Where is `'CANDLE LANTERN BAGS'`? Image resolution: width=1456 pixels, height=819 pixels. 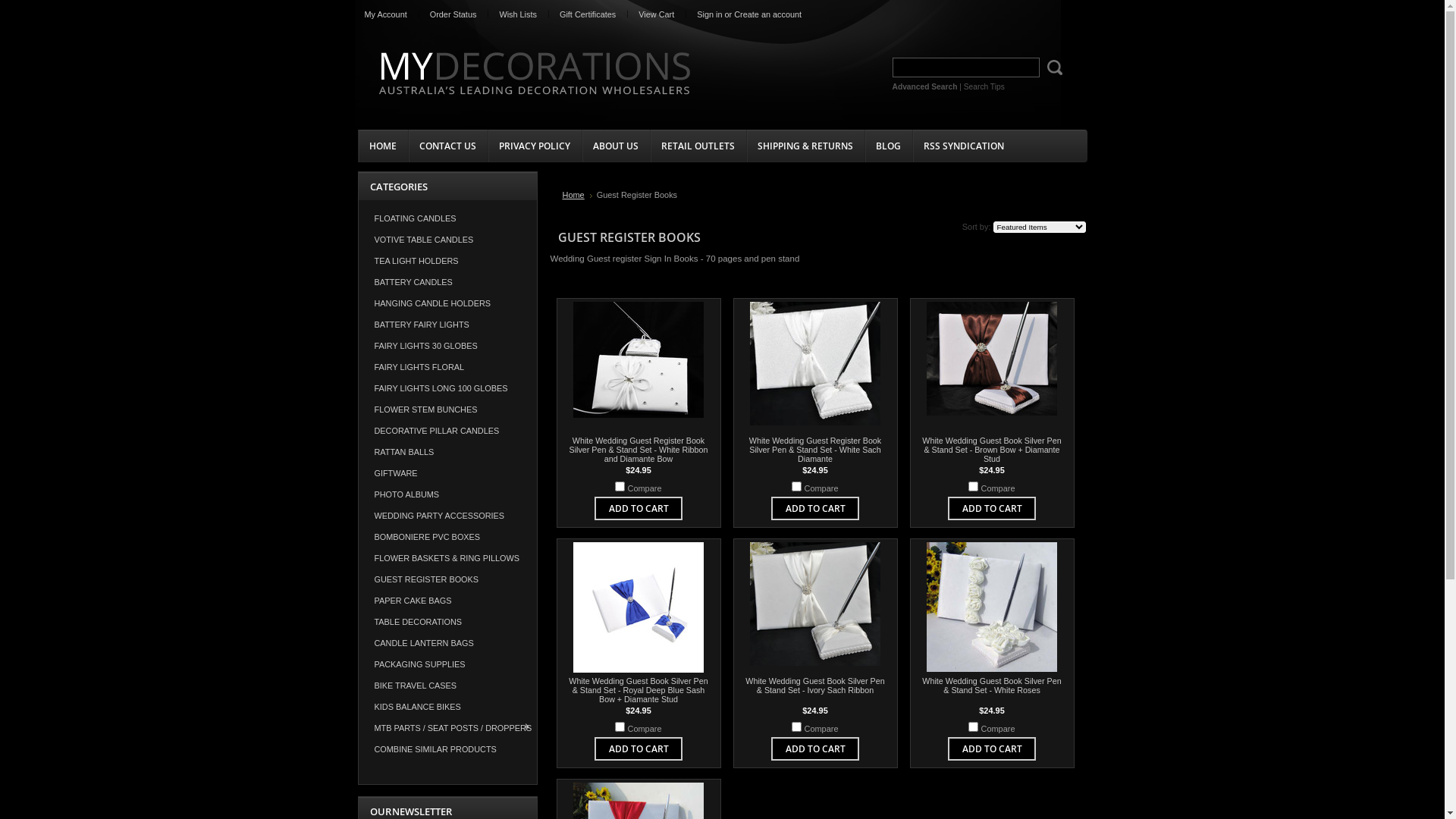 'CANDLE LANTERN BAGS' is located at coordinates (447, 643).